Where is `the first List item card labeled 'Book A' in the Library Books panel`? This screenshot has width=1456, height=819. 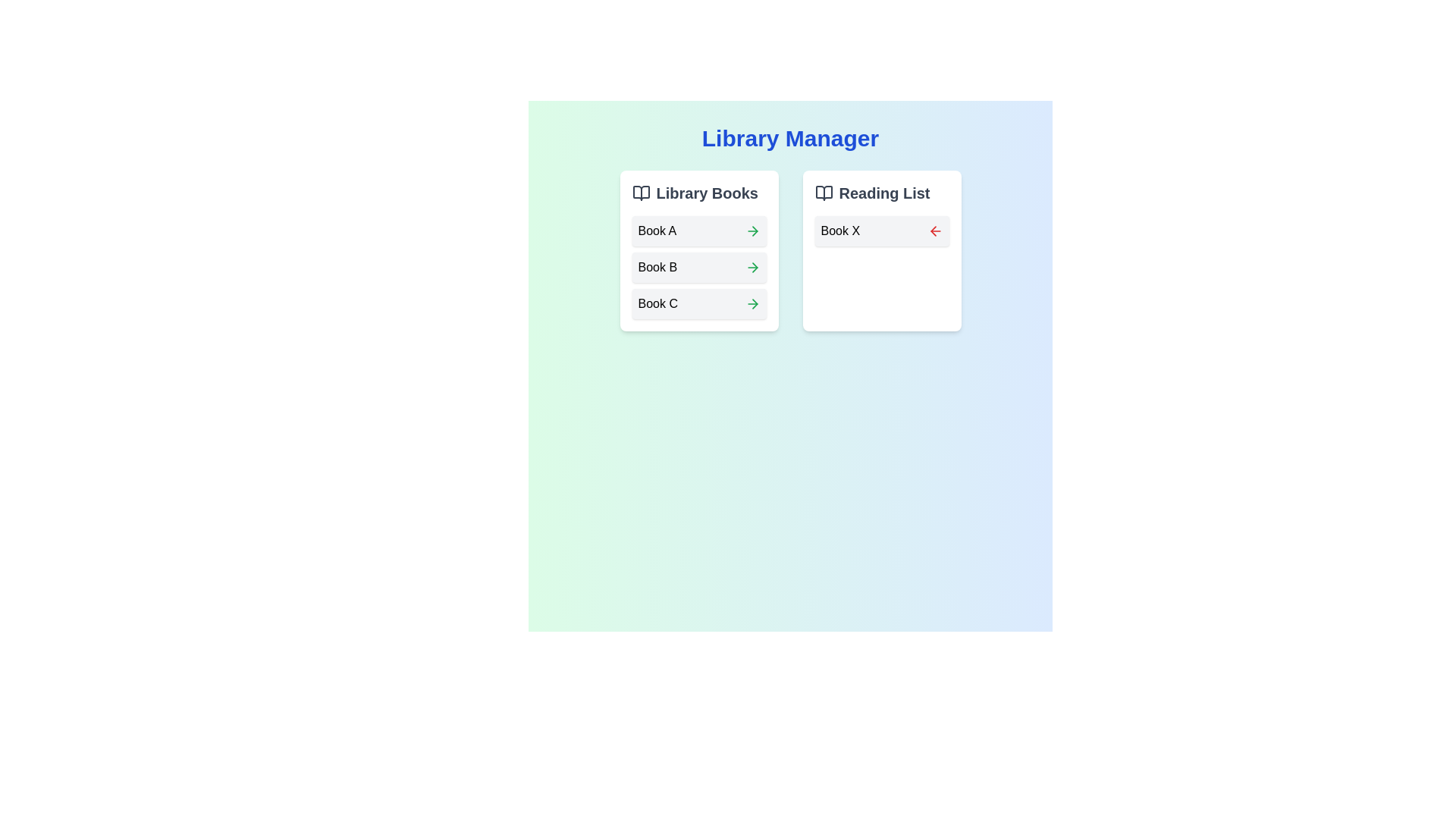 the first List item card labeled 'Book A' in the Library Books panel is located at coordinates (698, 231).